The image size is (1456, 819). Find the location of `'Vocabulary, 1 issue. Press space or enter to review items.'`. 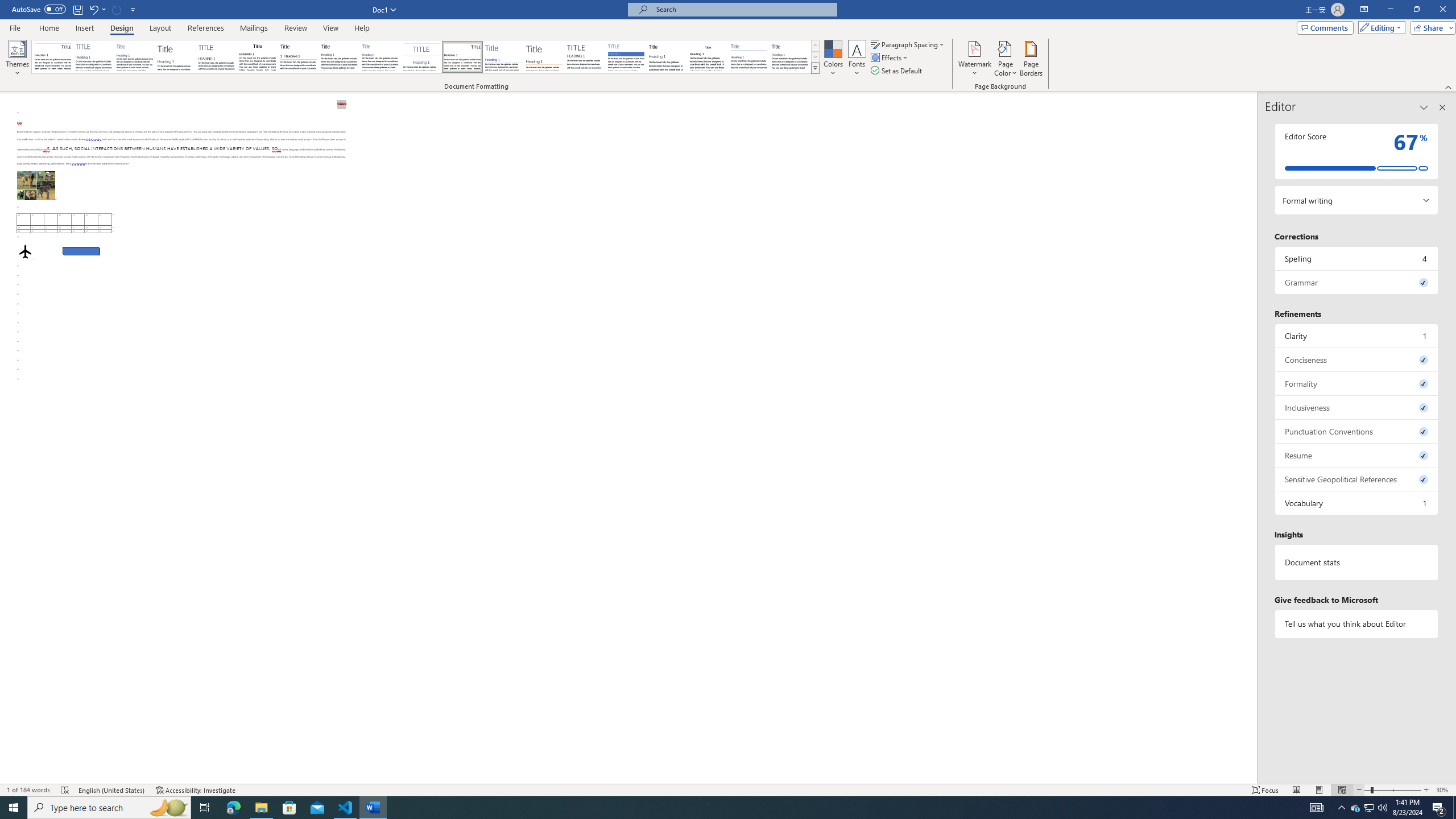

'Vocabulary, 1 issue. Press space or enter to review items.' is located at coordinates (1356, 503).